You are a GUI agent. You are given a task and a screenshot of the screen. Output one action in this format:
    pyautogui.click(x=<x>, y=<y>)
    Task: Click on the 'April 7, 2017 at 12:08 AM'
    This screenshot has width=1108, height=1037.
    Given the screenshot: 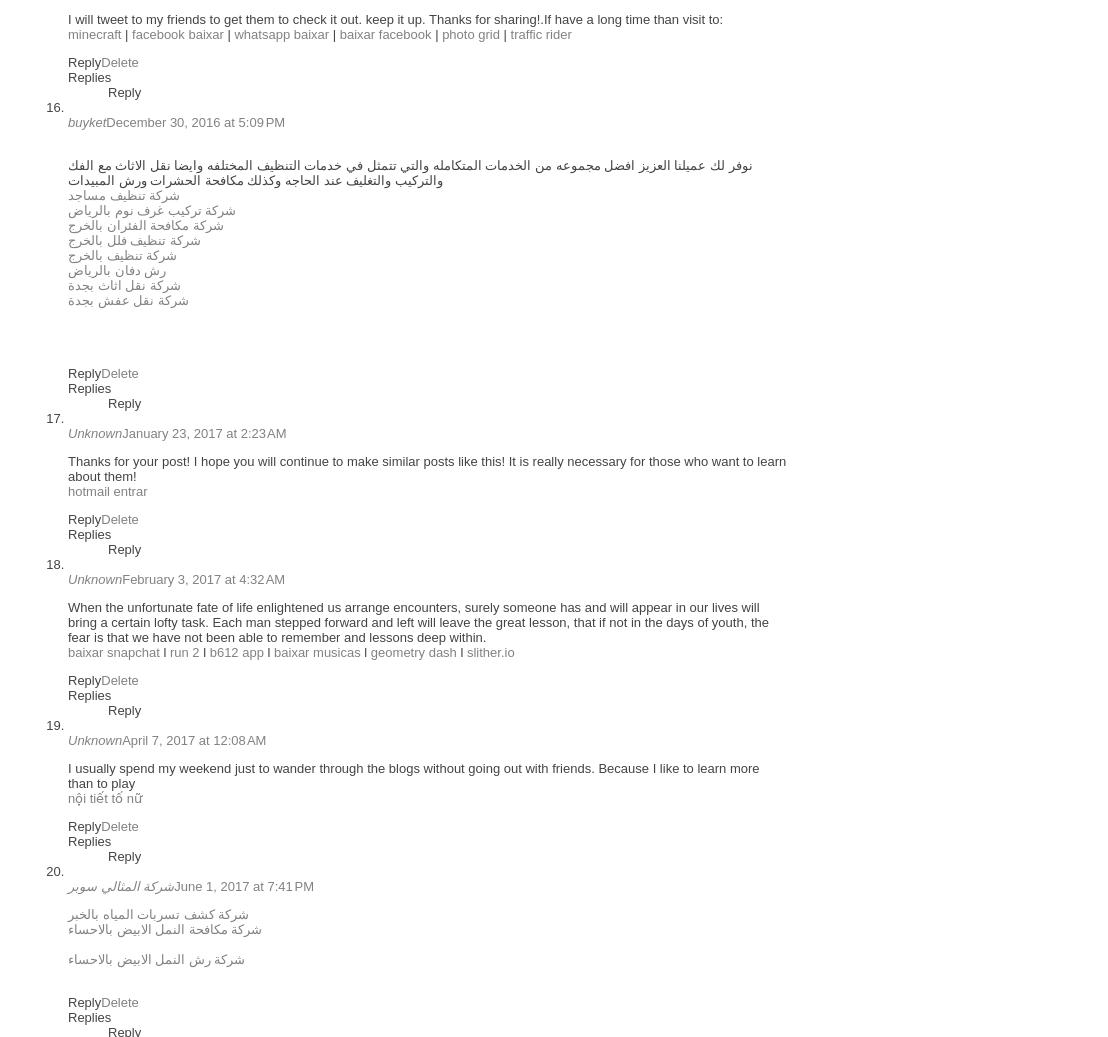 What is the action you would take?
    pyautogui.click(x=121, y=740)
    